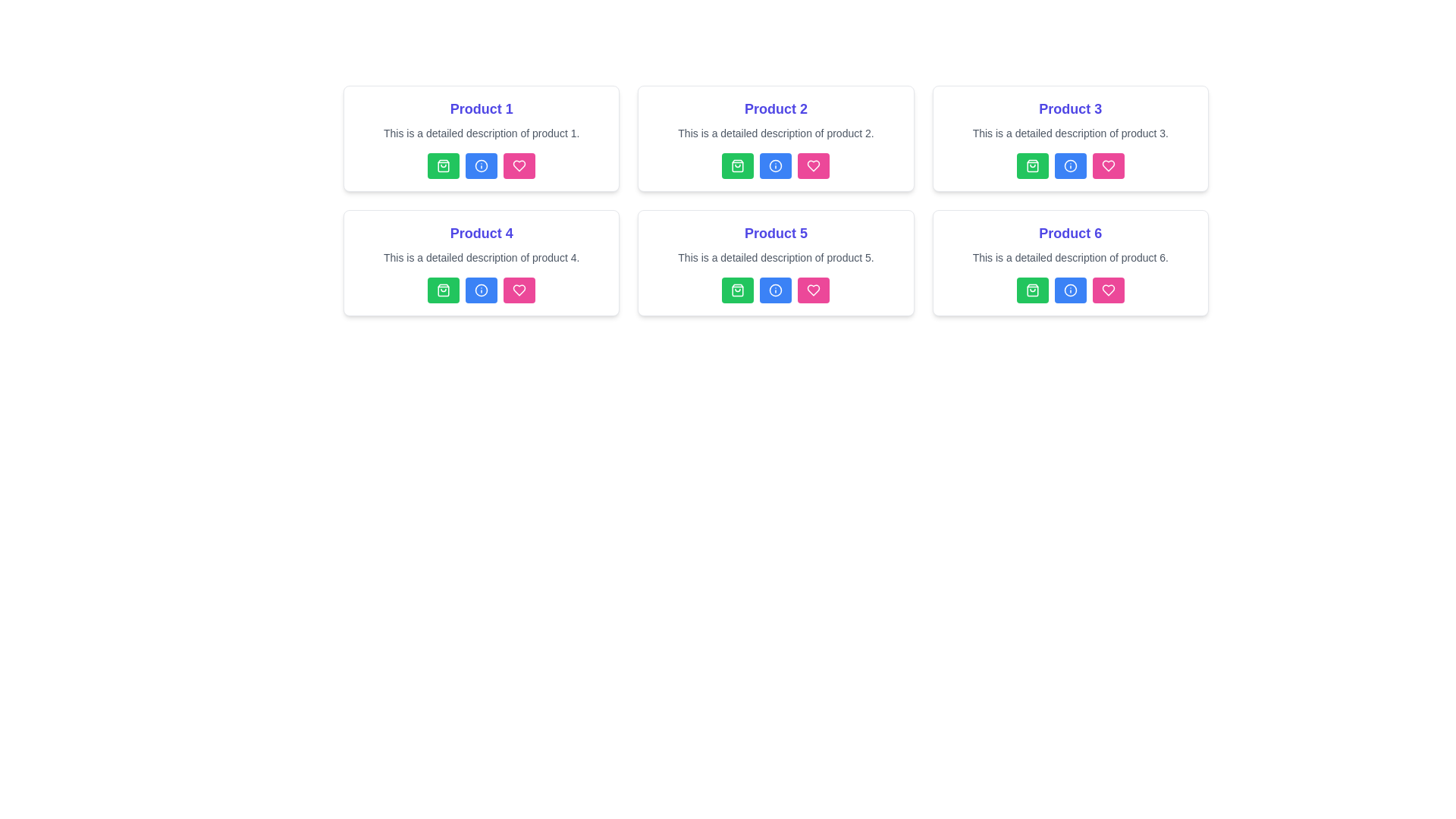 The width and height of the screenshot is (1456, 819). Describe the element at coordinates (1108, 166) in the screenshot. I see `the fourth button below the description of 'Product 3' in the third card on the top row to favorite the product` at that location.